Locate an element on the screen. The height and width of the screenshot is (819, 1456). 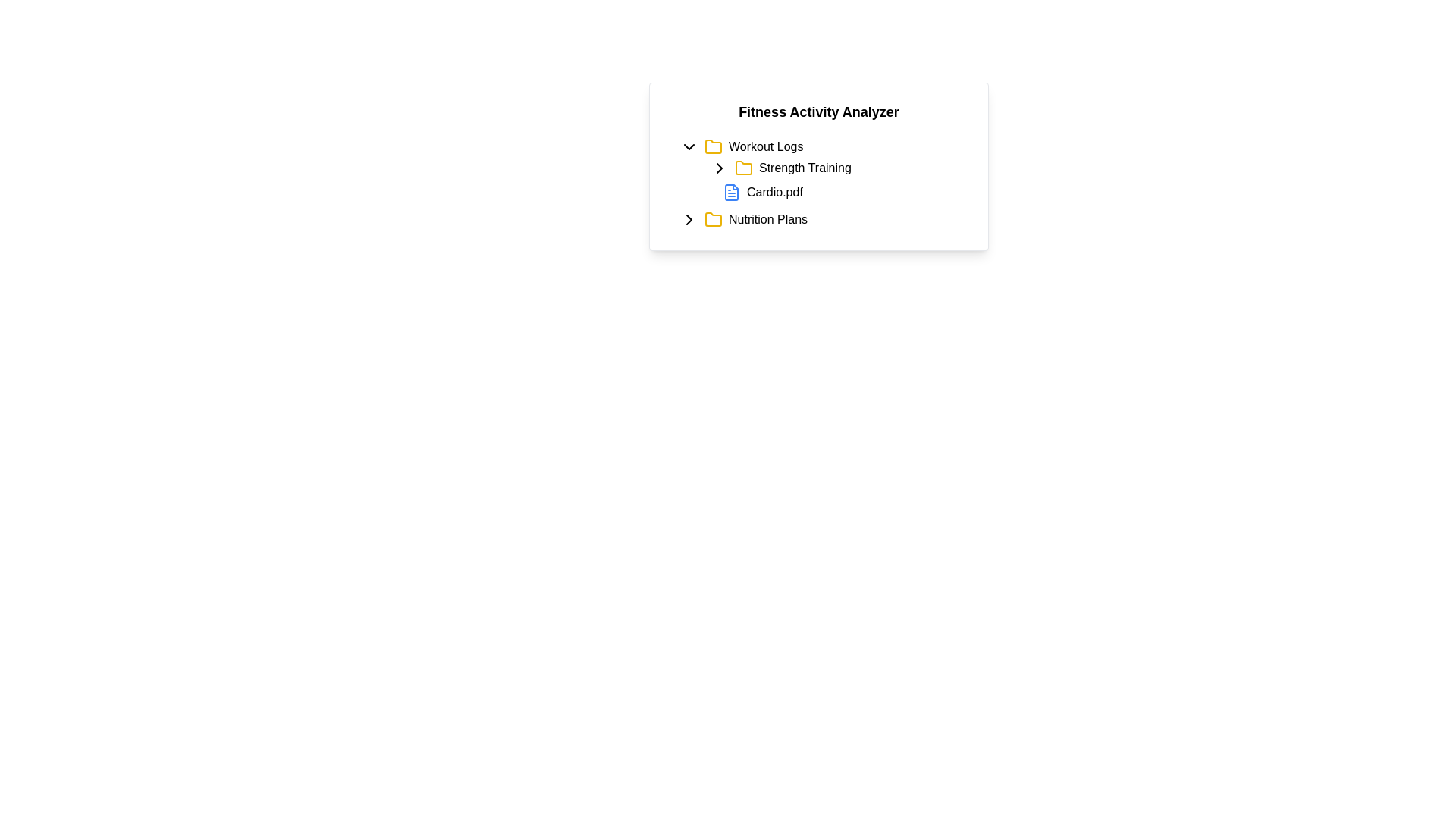
the chevron icon located to the immediate left of the 'Strength Training' text label is located at coordinates (719, 168).